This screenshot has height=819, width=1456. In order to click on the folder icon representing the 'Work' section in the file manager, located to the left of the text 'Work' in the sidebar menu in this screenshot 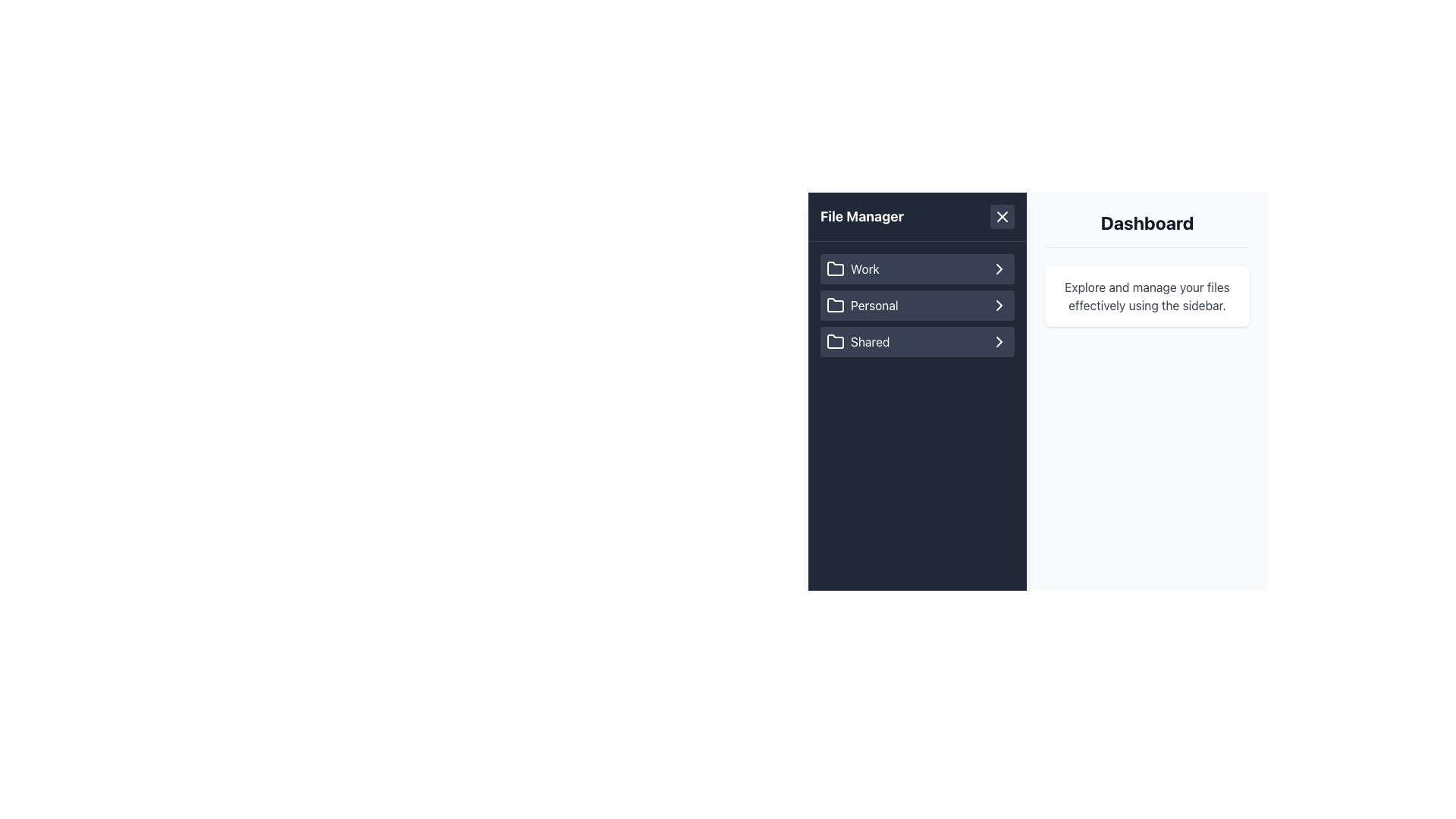, I will do `click(835, 268)`.